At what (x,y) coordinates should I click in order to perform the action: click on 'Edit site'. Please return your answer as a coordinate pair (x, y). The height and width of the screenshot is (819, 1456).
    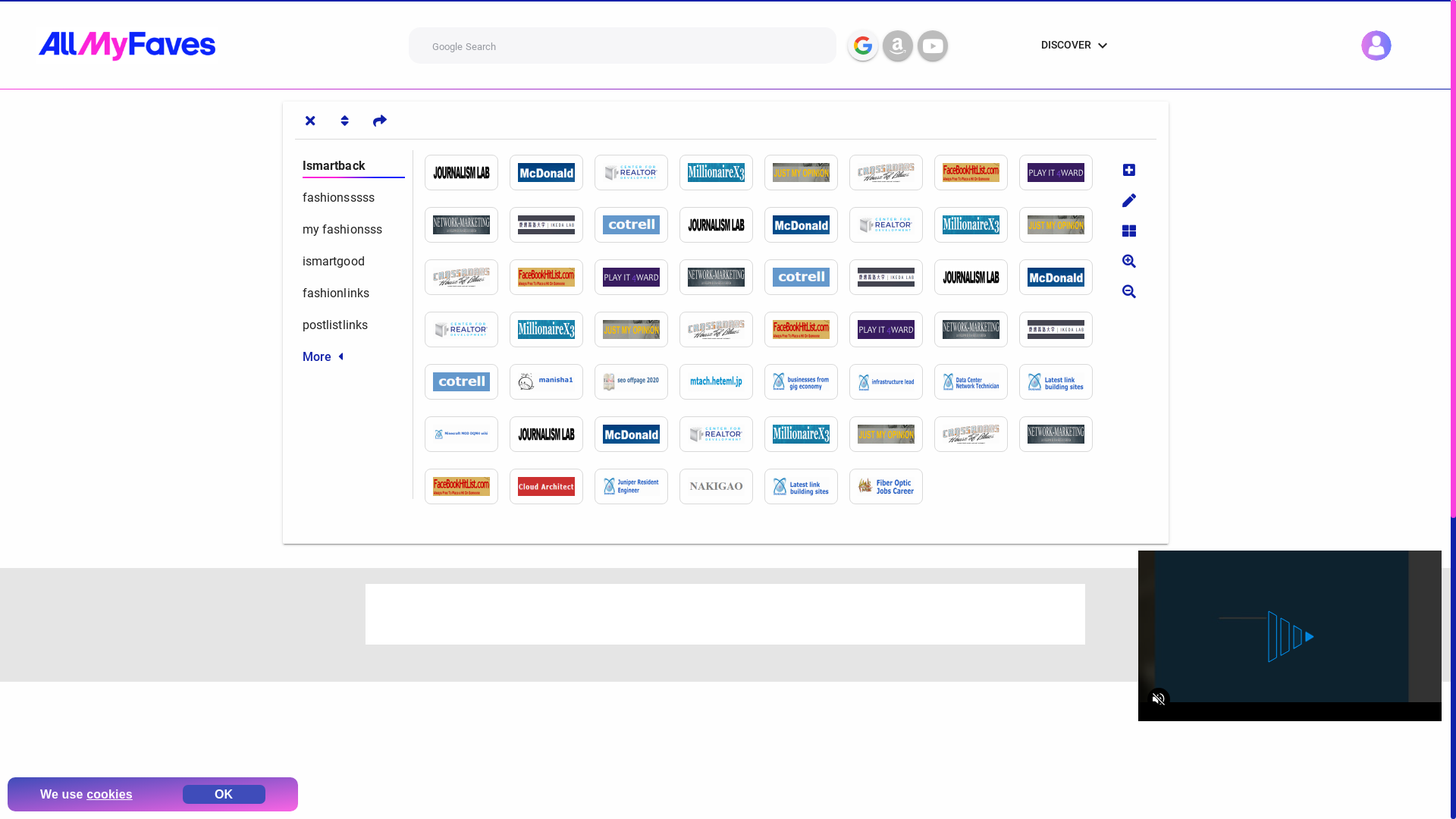
    Looking at the image, I should click on (1128, 199).